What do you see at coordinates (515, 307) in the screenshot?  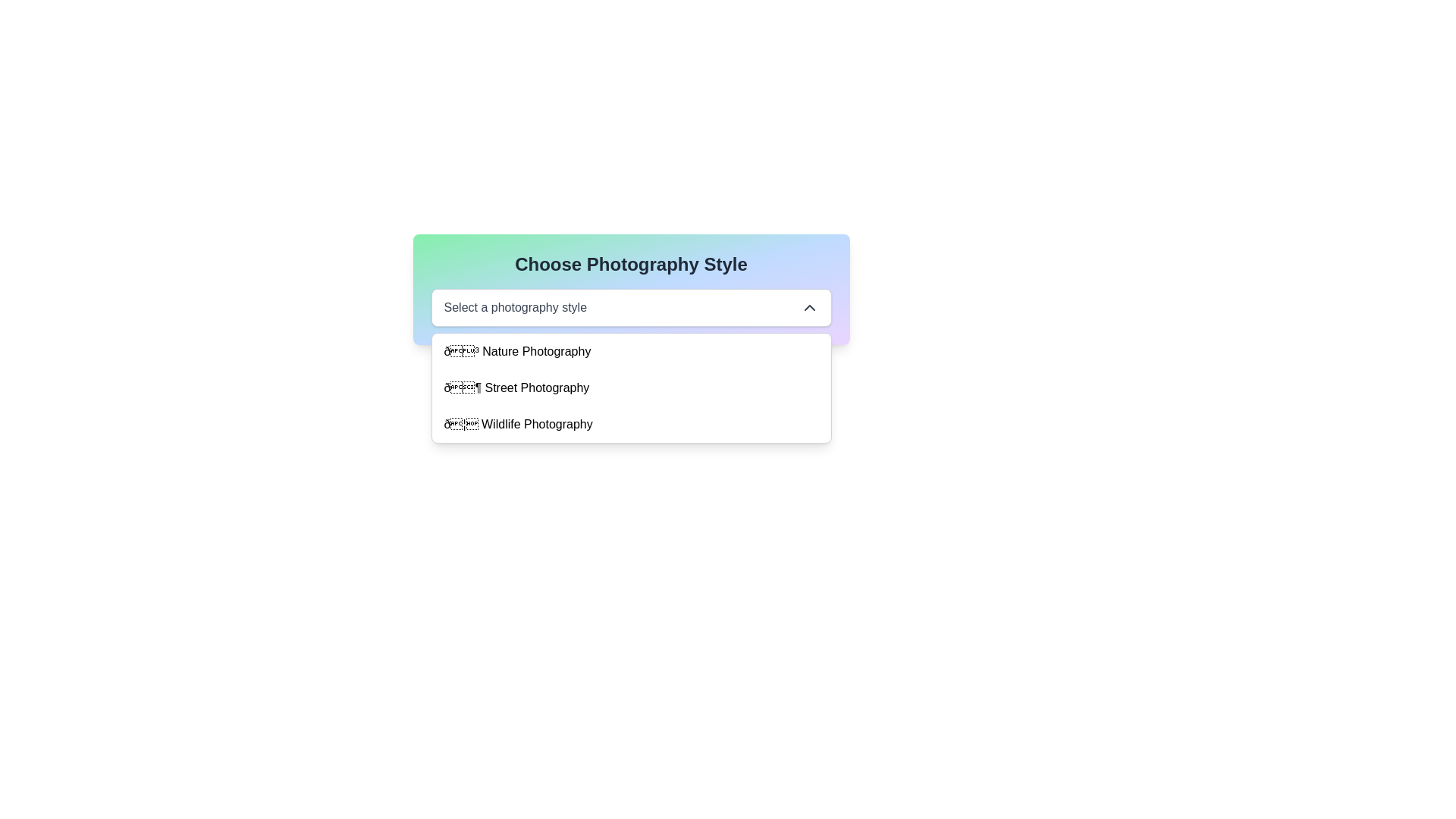 I see `the Text Label that prompts users about the photography style dropdown selector, located to the left of the arrow icon and below the title 'Choose Photography Style'` at bounding box center [515, 307].